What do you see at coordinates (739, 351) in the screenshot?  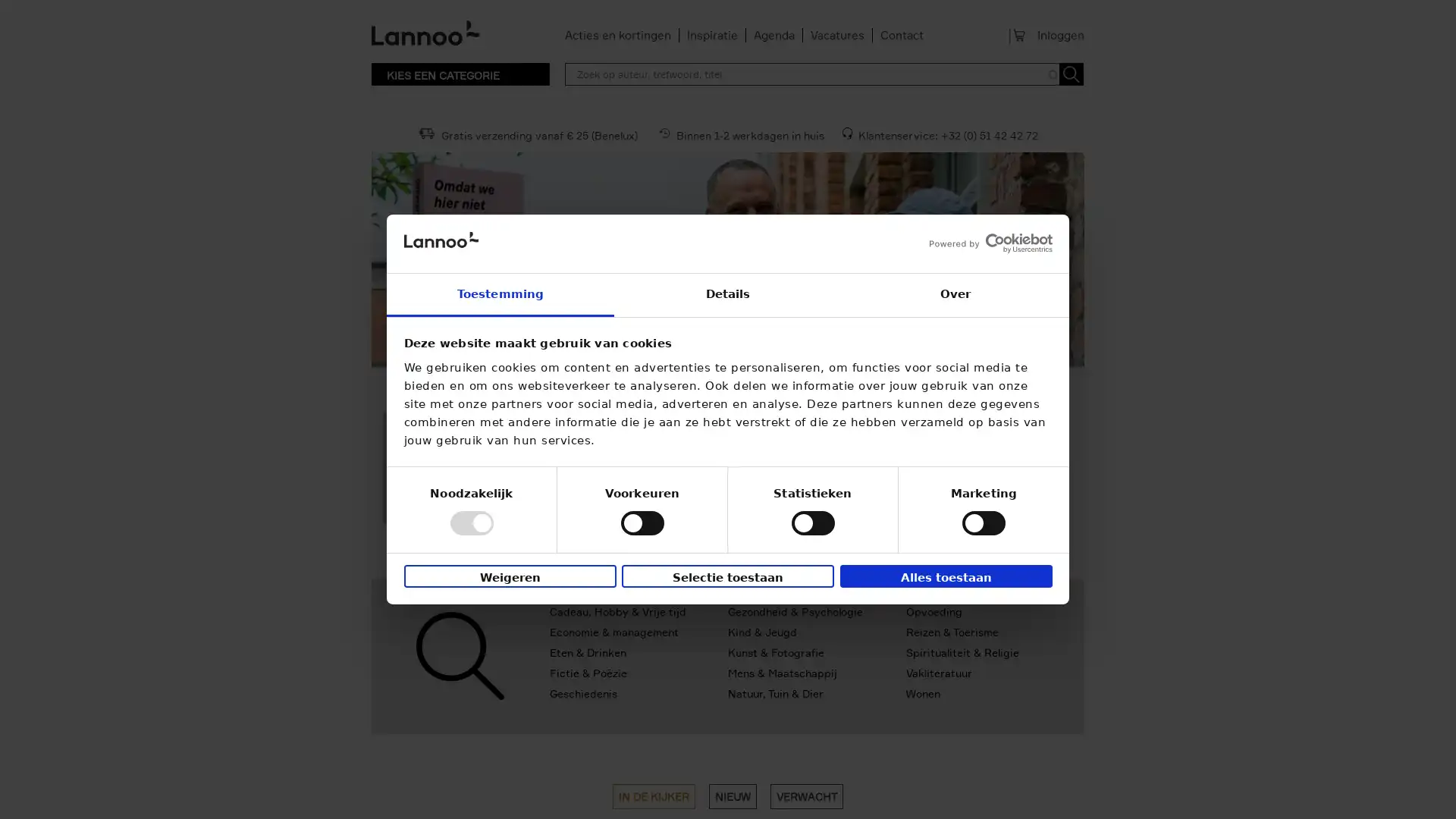 I see `3` at bounding box center [739, 351].